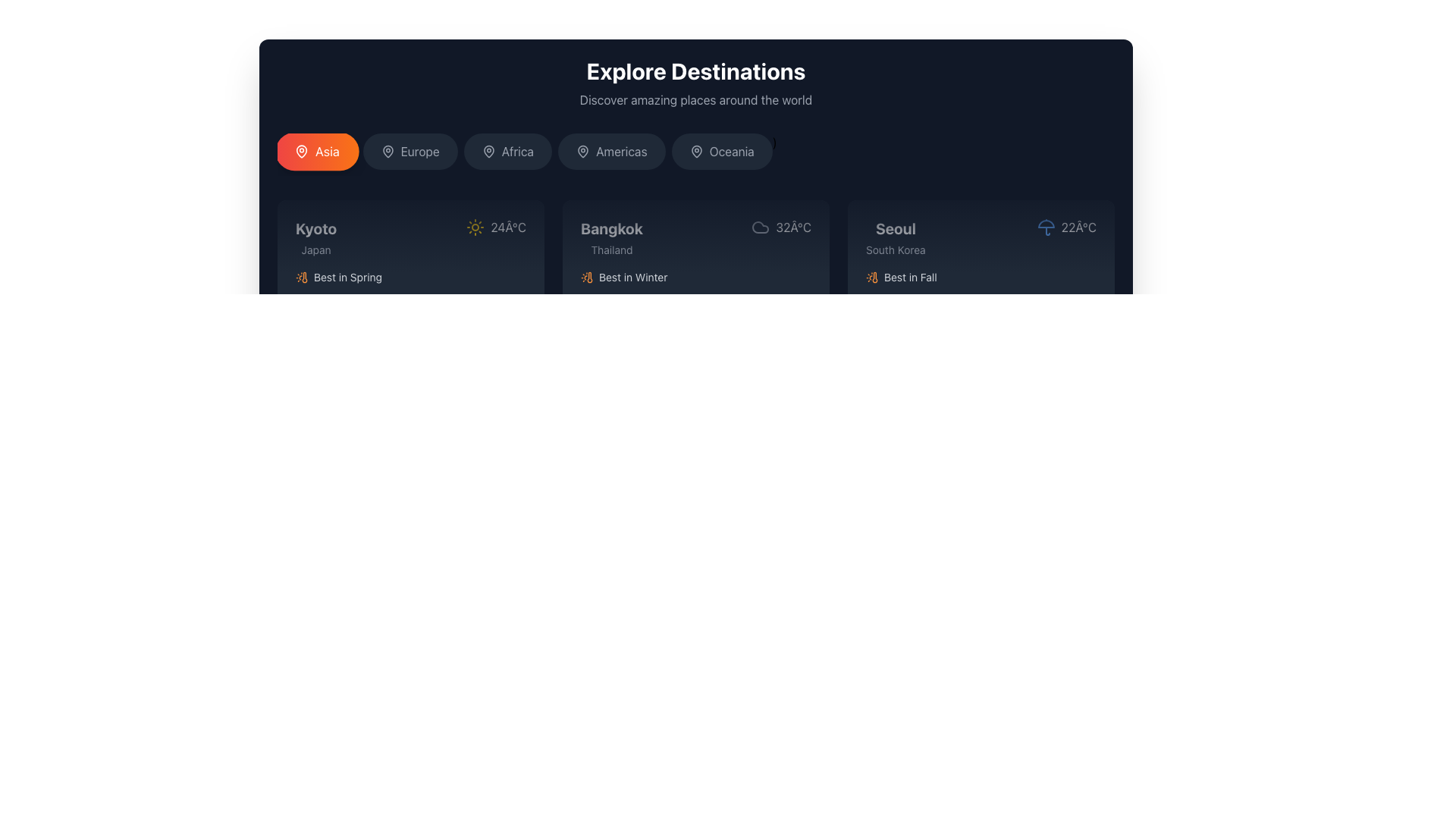  What do you see at coordinates (496, 227) in the screenshot?
I see `the Weather information indicator located in the top-right corner of the 'Kyoto, Japan' box to visually inspect the weather details` at bounding box center [496, 227].